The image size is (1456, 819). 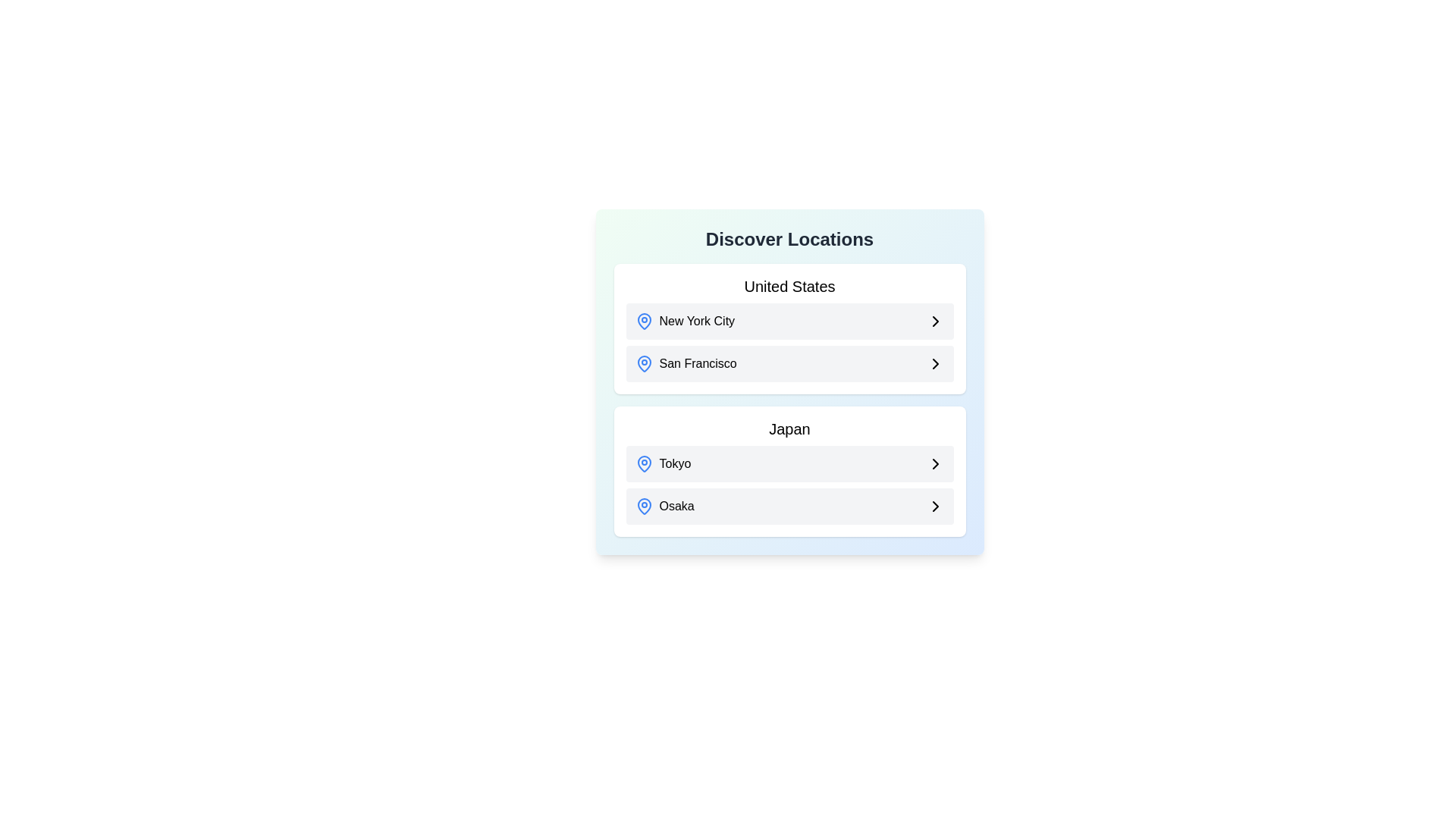 What do you see at coordinates (644, 506) in the screenshot?
I see `the map pin icon located next to the text 'Tokyo' in the second section labeled 'Japan', which serves as a visual cue for the location` at bounding box center [644, 506].